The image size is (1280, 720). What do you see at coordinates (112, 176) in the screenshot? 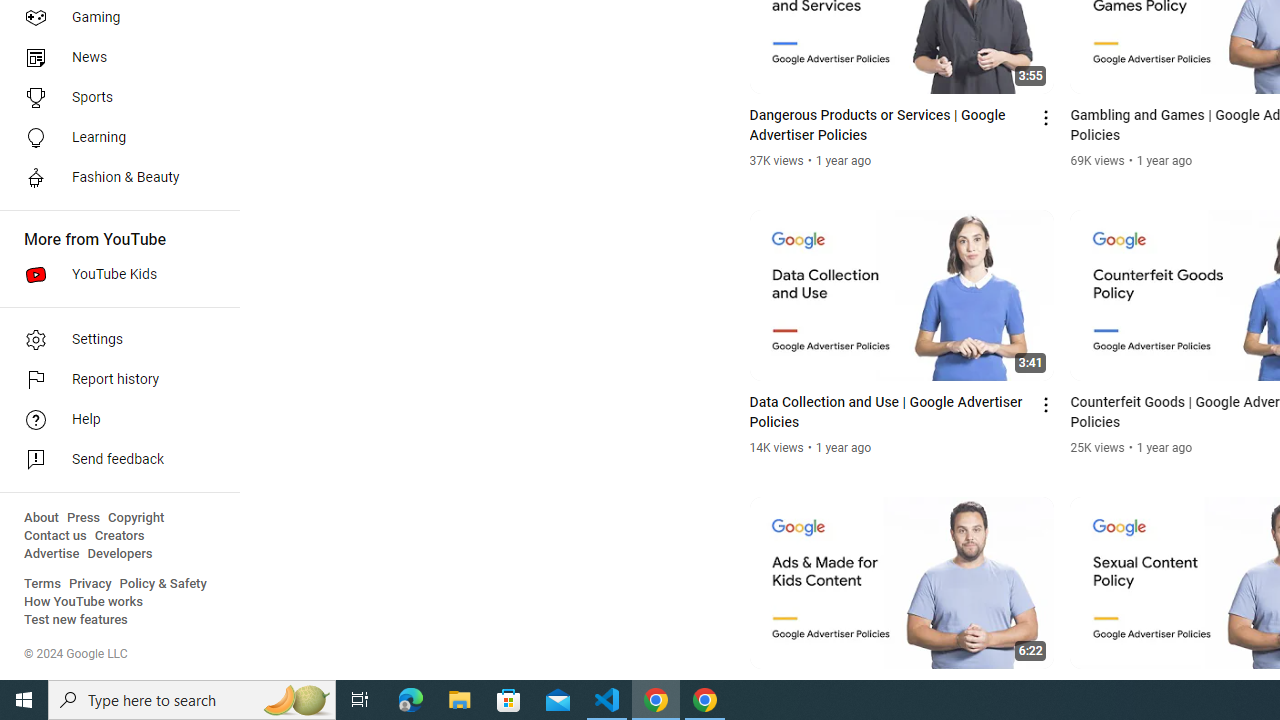
I see `'Fashion & Beauty'` at bounding box center [112, 176].